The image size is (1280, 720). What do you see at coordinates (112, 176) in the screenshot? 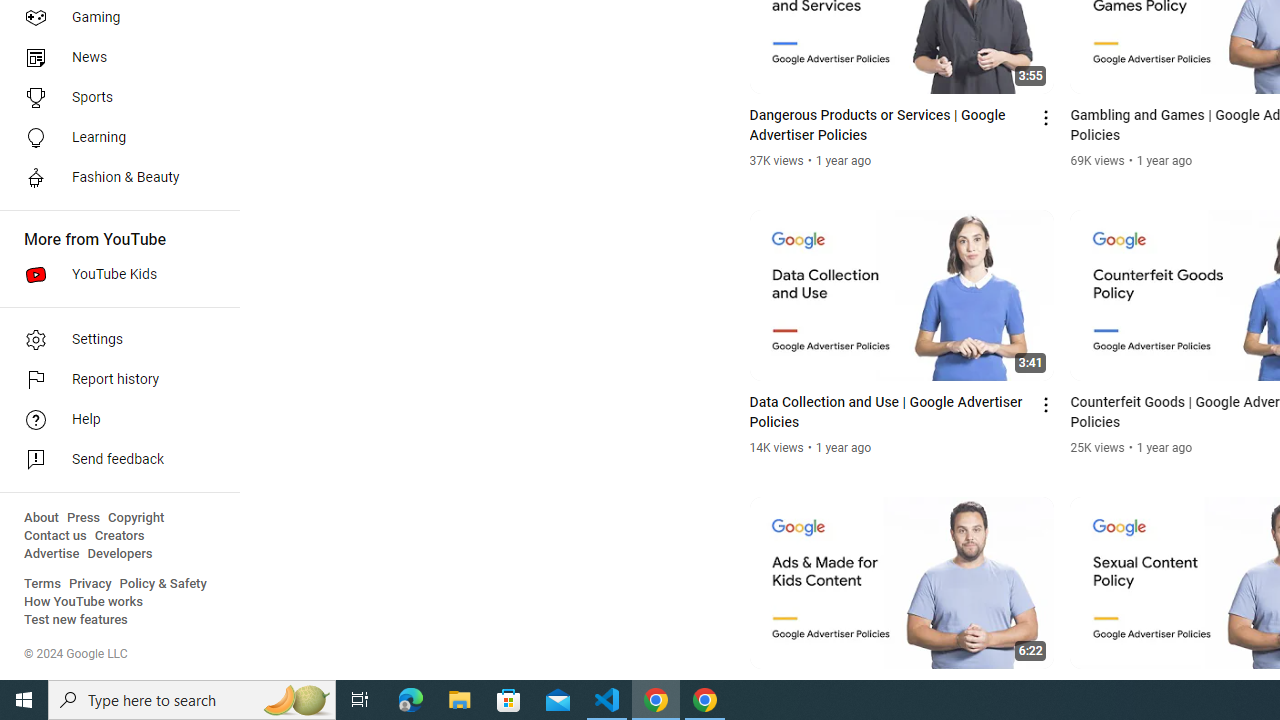
I see `'Fashion & Beauty'` at bounding box center [112, 176].